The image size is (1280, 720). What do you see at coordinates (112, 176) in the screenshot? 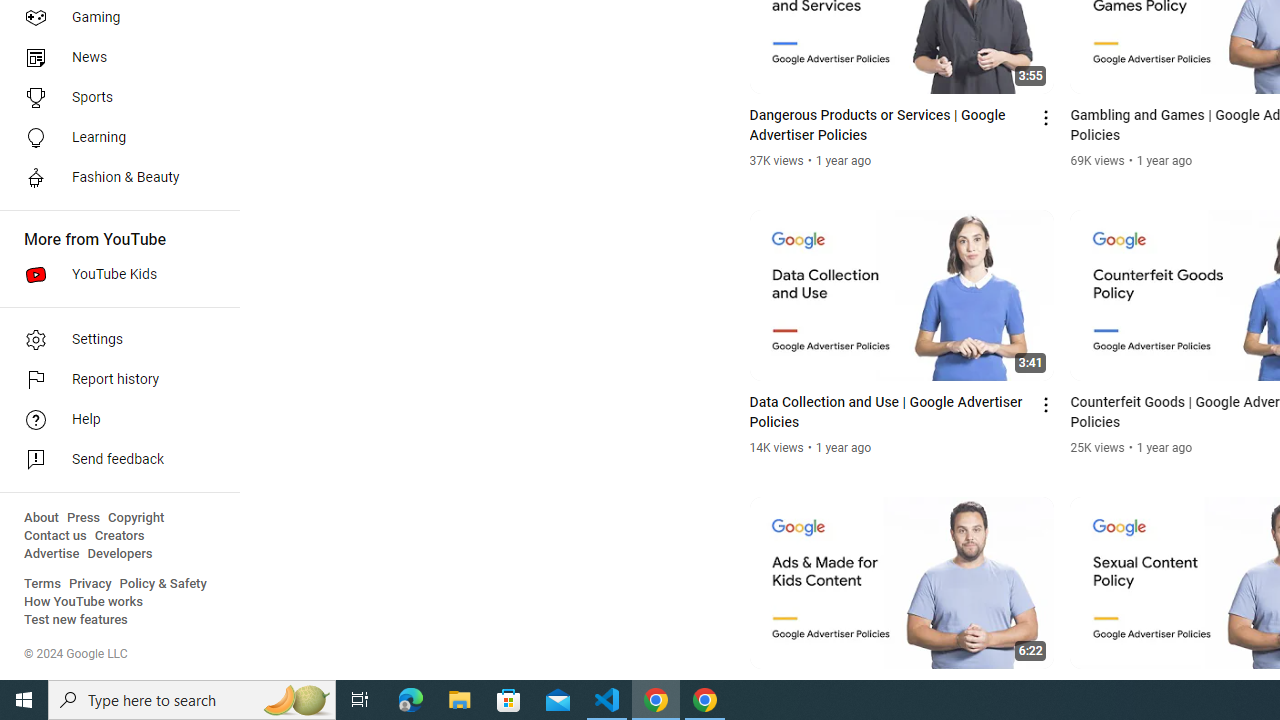
I see `'Fashion & Beauty'` at bounding box center [112, 176].